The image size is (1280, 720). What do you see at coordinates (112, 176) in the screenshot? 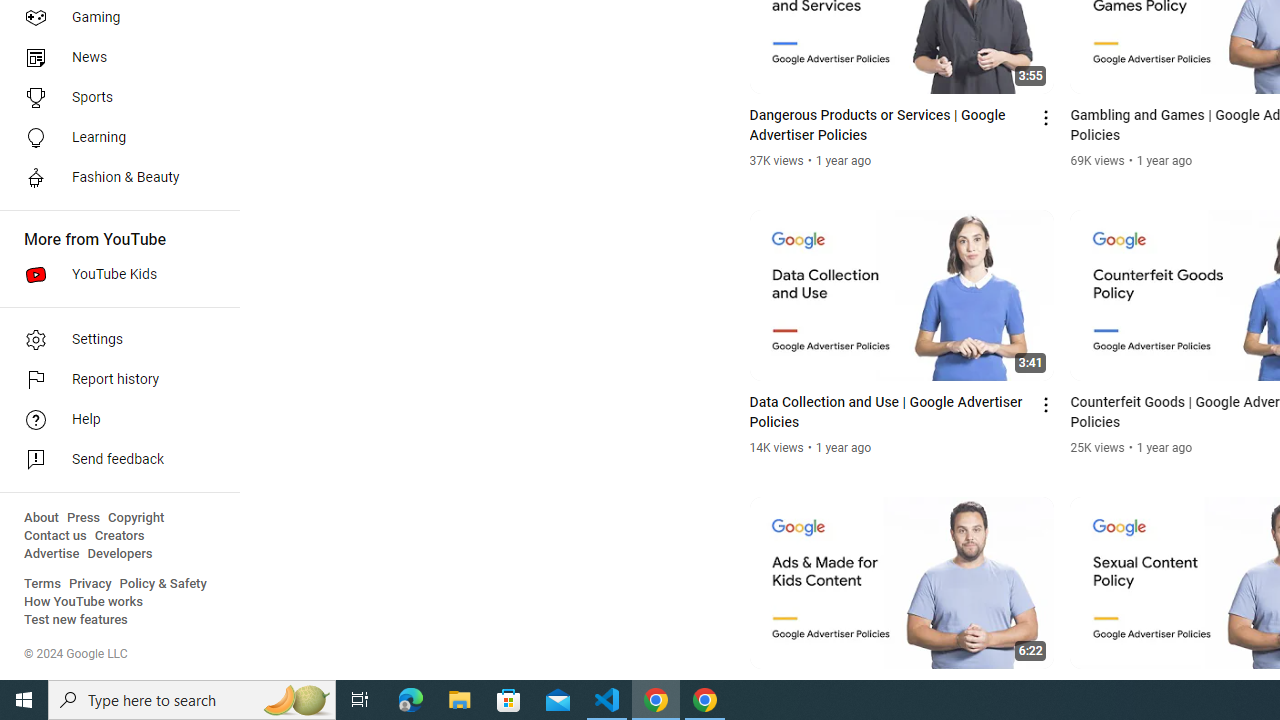
I see `'Fashion & Beauty'` at bounding box center [112, 176].